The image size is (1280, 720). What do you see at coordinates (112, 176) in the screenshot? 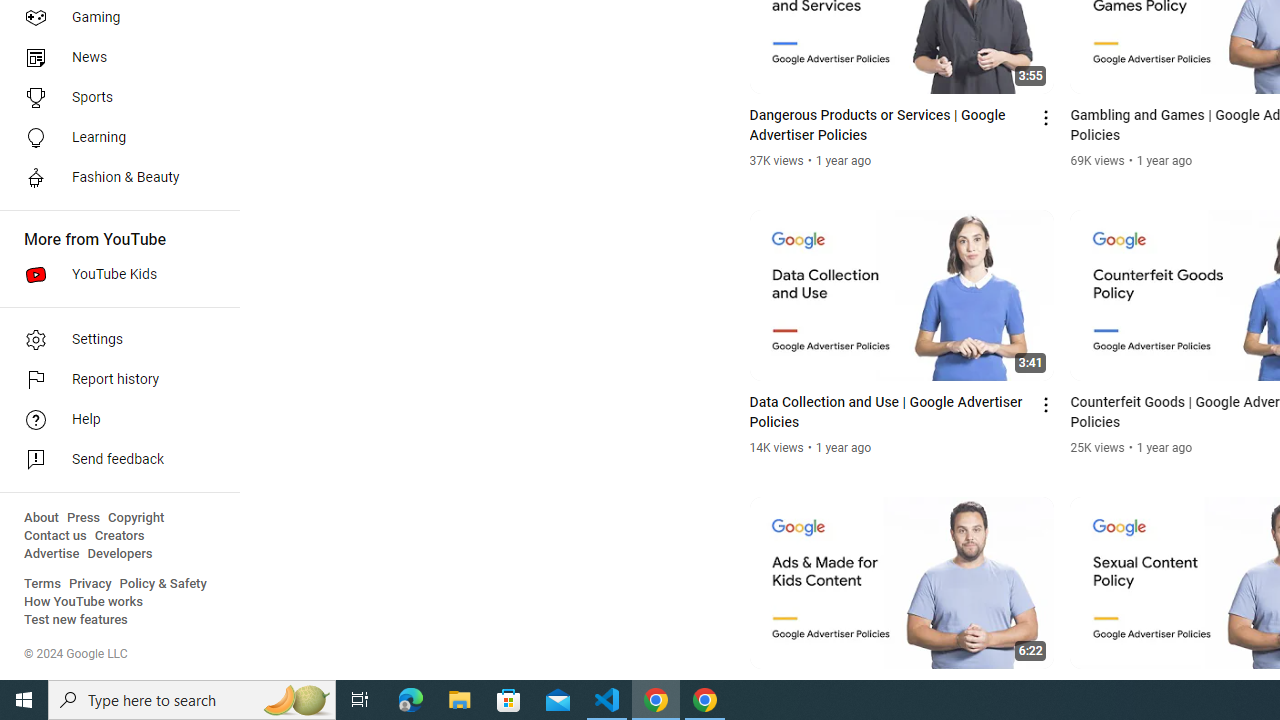
I see `'Fashion & Beauty'` at bounding box center [112, 176].